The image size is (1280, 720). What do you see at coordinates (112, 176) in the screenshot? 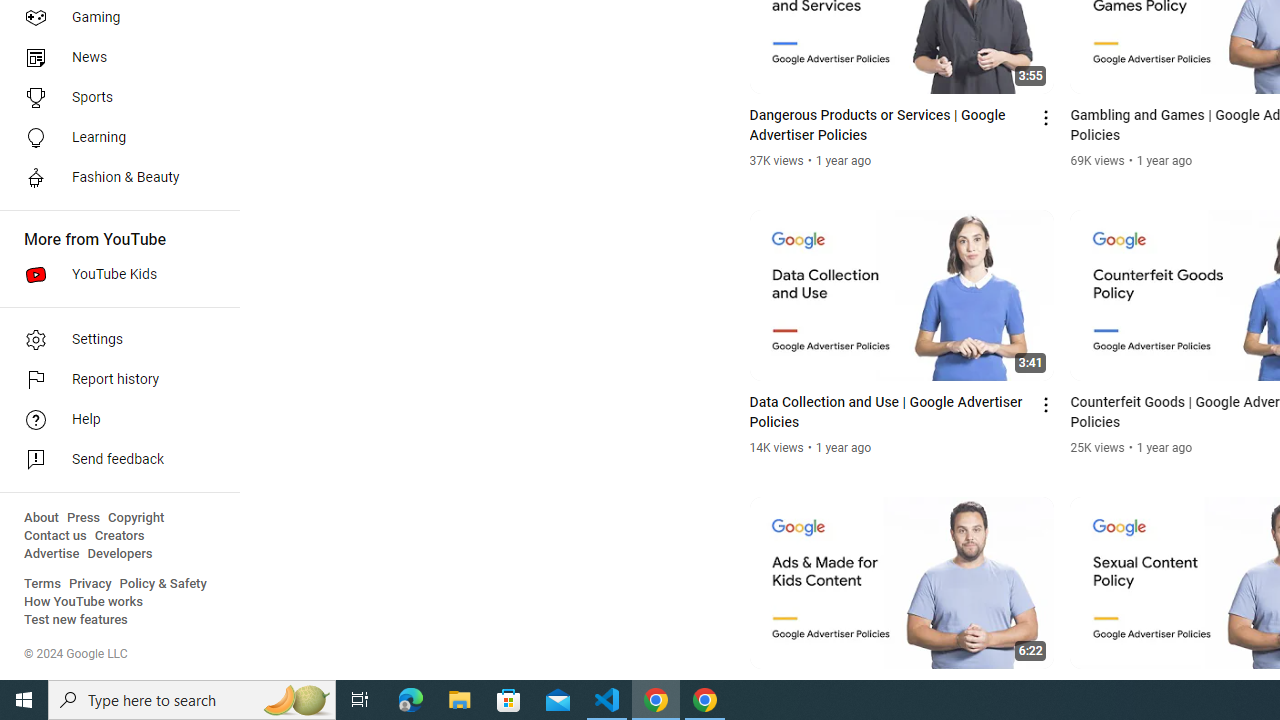
I see `'Fashion & Beauty'` at bounding box center [112, 176].